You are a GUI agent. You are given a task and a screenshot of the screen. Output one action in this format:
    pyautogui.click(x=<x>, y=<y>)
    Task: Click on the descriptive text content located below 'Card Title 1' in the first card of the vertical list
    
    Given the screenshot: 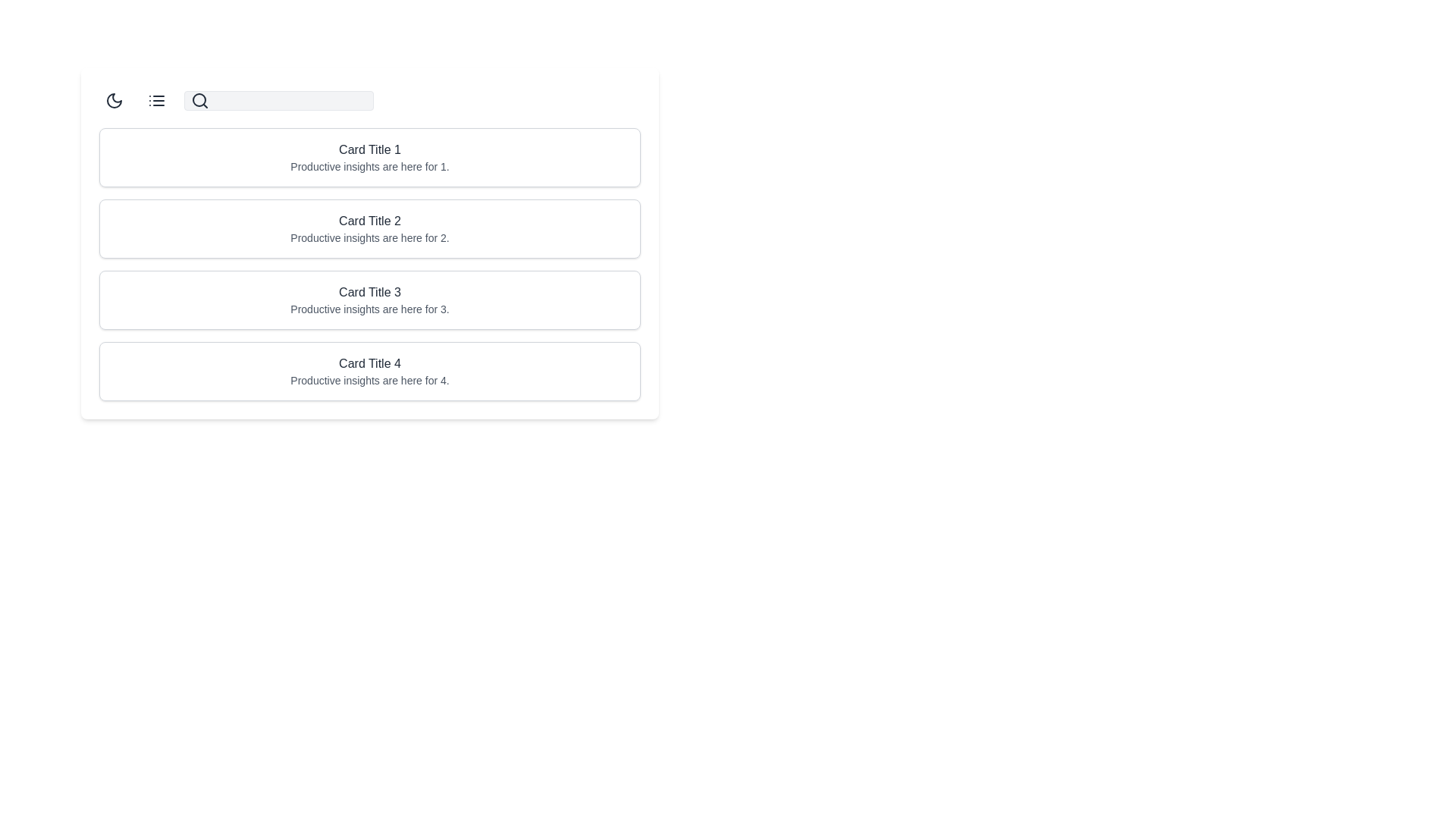 What is the action you would take?
    pyautogui.click(x=370, y=166)
    